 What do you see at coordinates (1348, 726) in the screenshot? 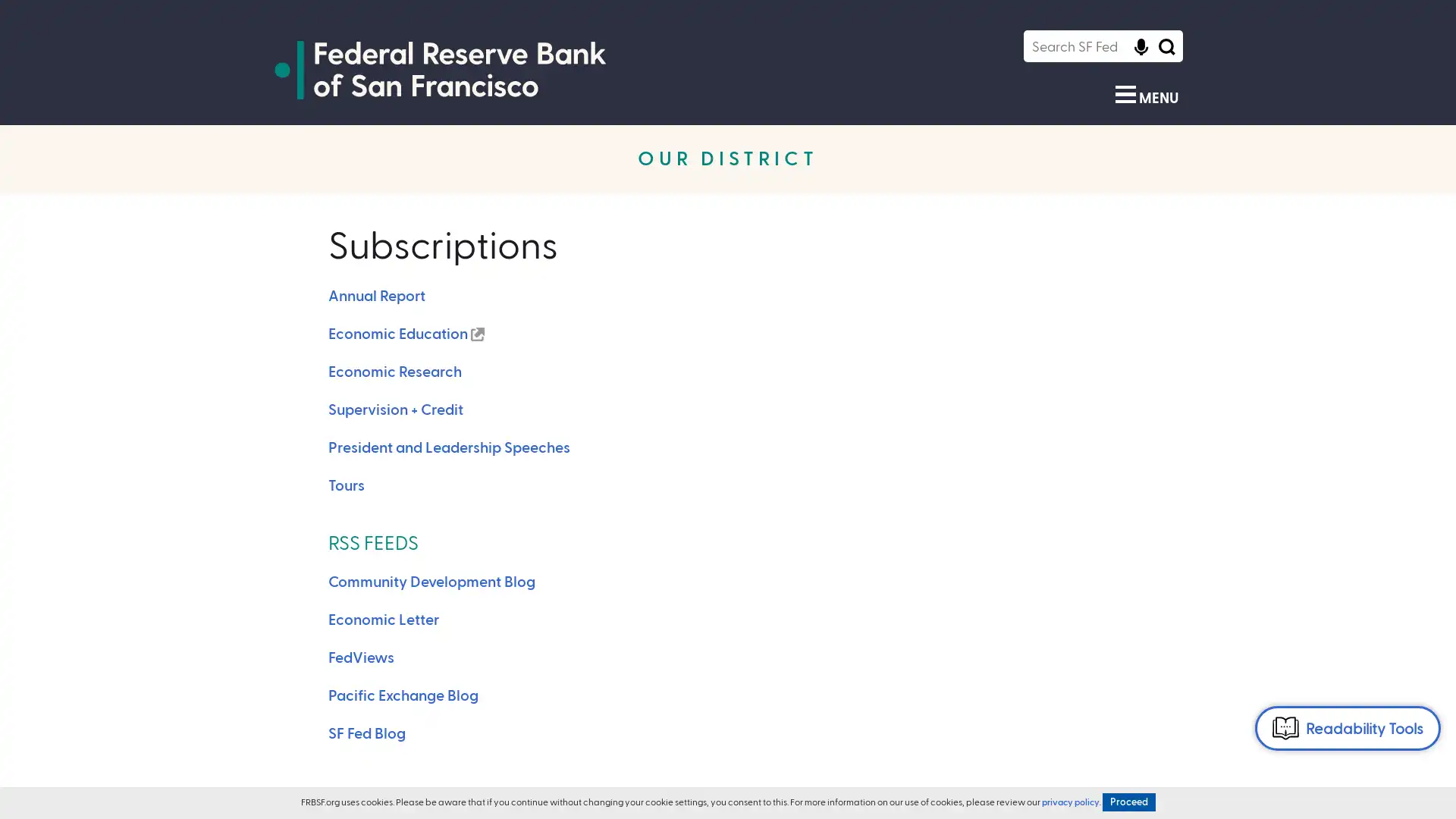
I see `Readability Tools` at bounding box center [1348, 726].